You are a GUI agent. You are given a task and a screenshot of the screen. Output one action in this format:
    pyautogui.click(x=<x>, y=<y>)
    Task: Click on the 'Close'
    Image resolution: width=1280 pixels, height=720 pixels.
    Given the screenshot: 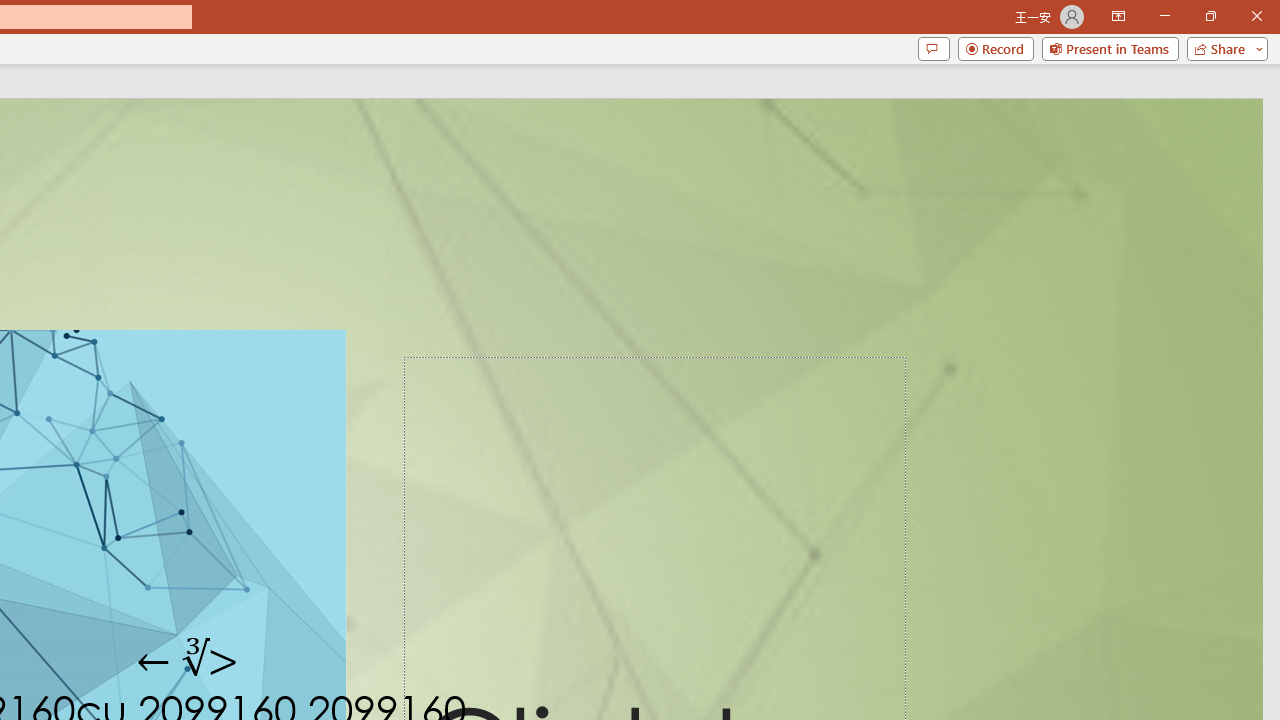 What is the action you would take?
    pyautogui.click(x=1255, y=16)
    